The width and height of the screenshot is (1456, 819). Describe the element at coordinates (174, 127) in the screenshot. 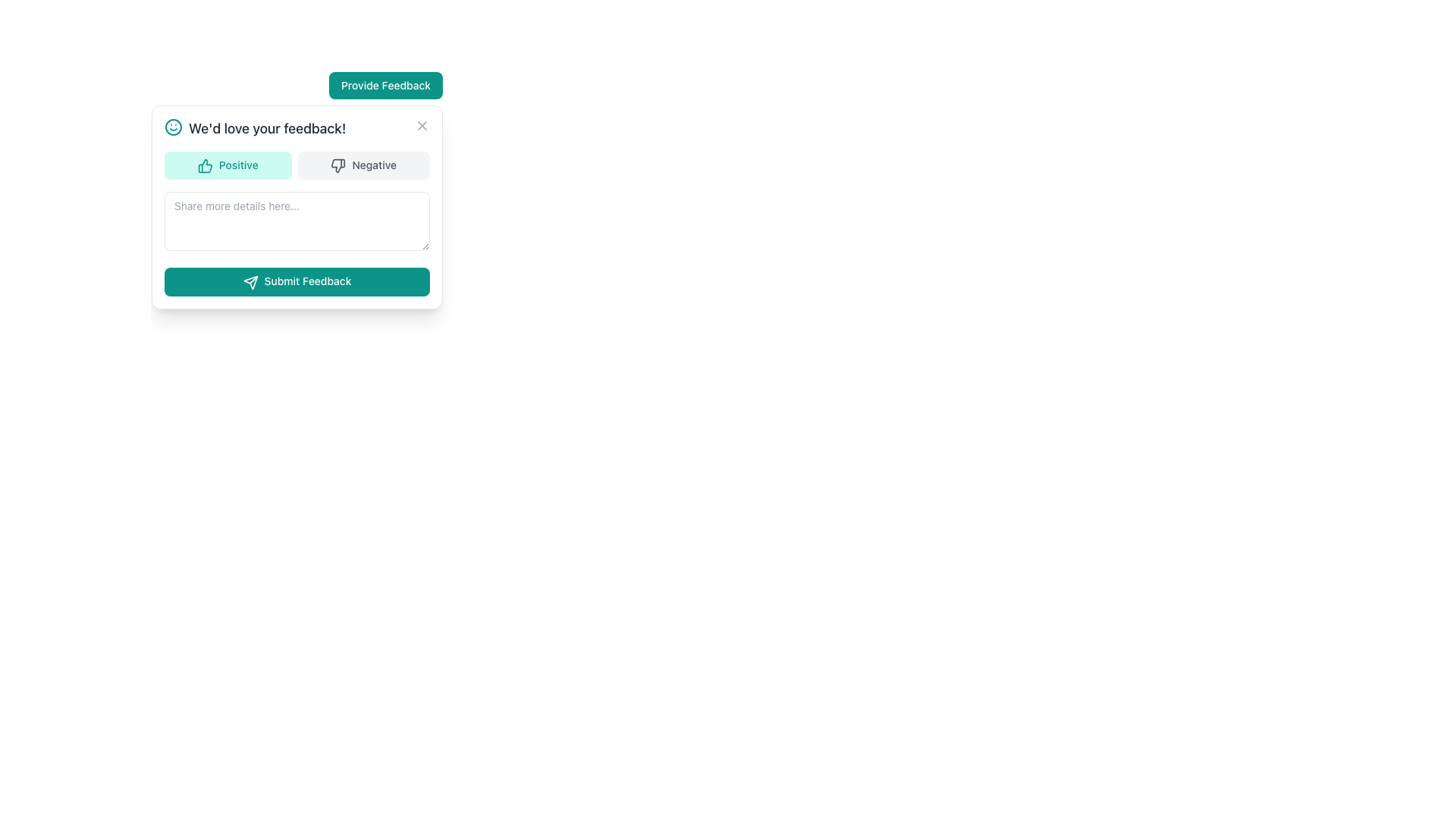

I see `the teal-colored smiley face icon with a circular outline, located next to the feedback message titled "We'd love your feedback!"` at that location.